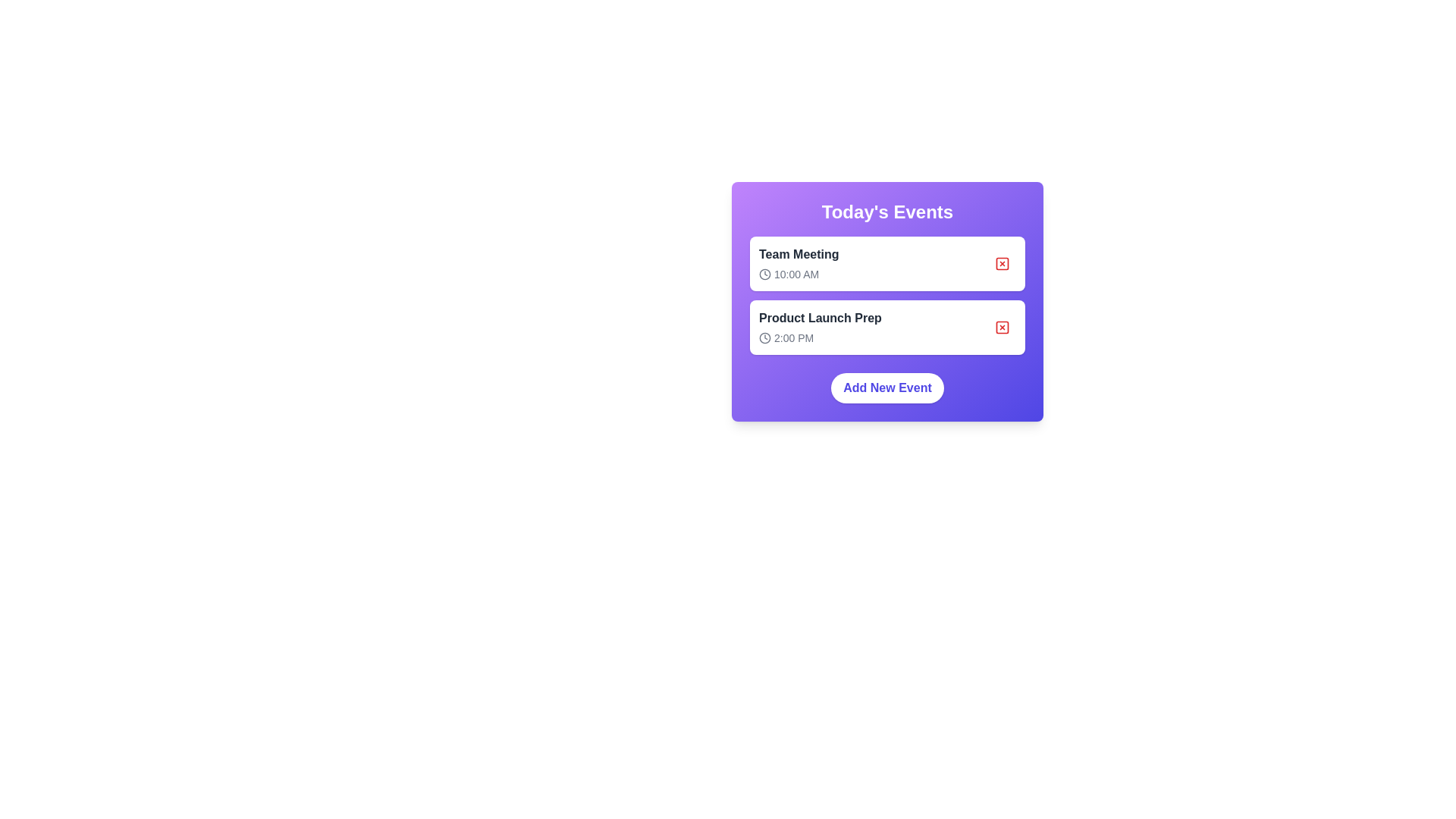 The image size is (1456, 819). Describe the element at coordinates (798, 275) in the screenshot. I see `the time label icon located in the first event card titled 'Team Meeting' under 'Today's Events', which is situated to the left of the card and below the title` at that location.